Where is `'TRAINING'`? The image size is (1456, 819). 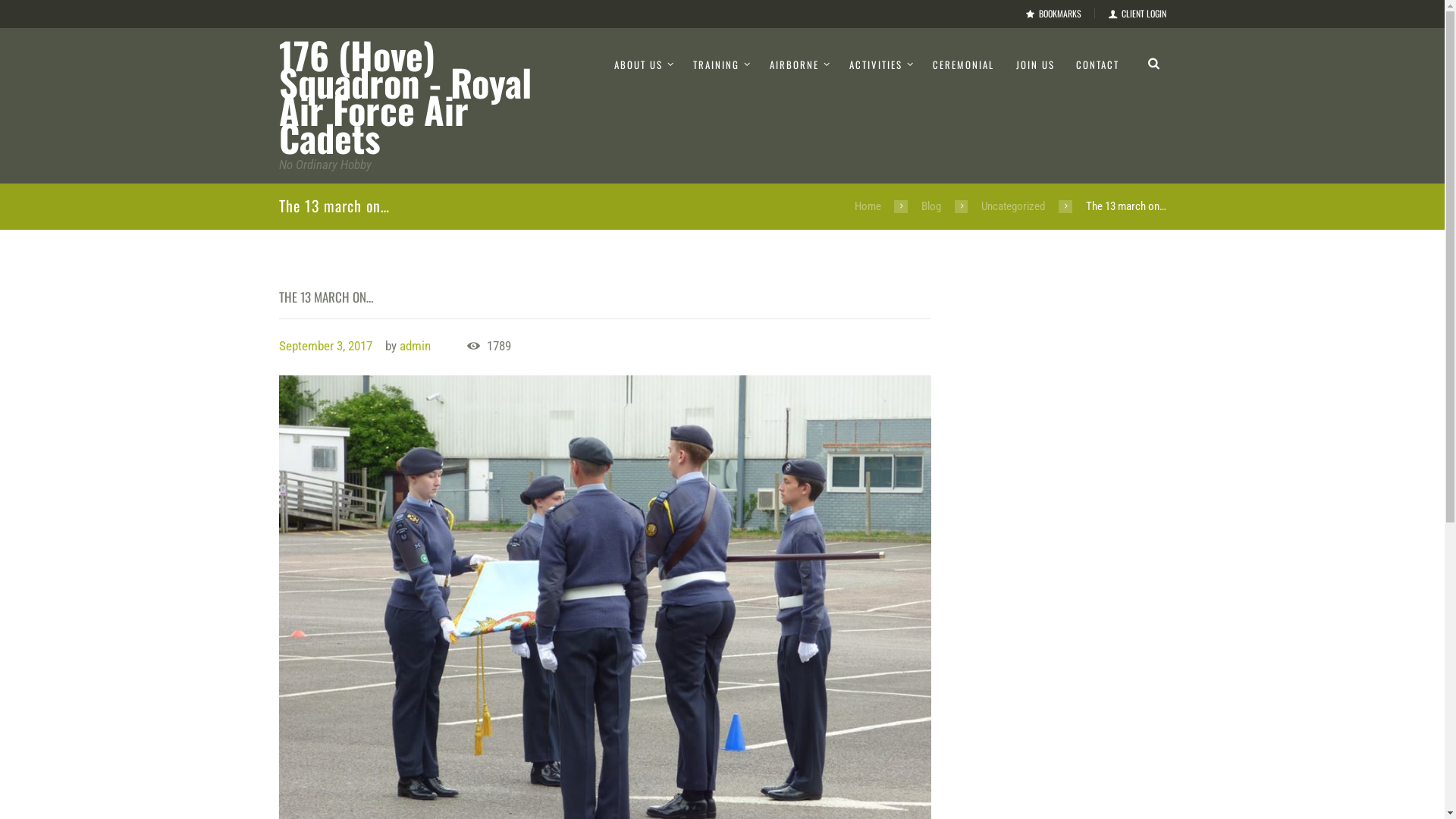
'TRAINING' is located at coordinates (720, 64).